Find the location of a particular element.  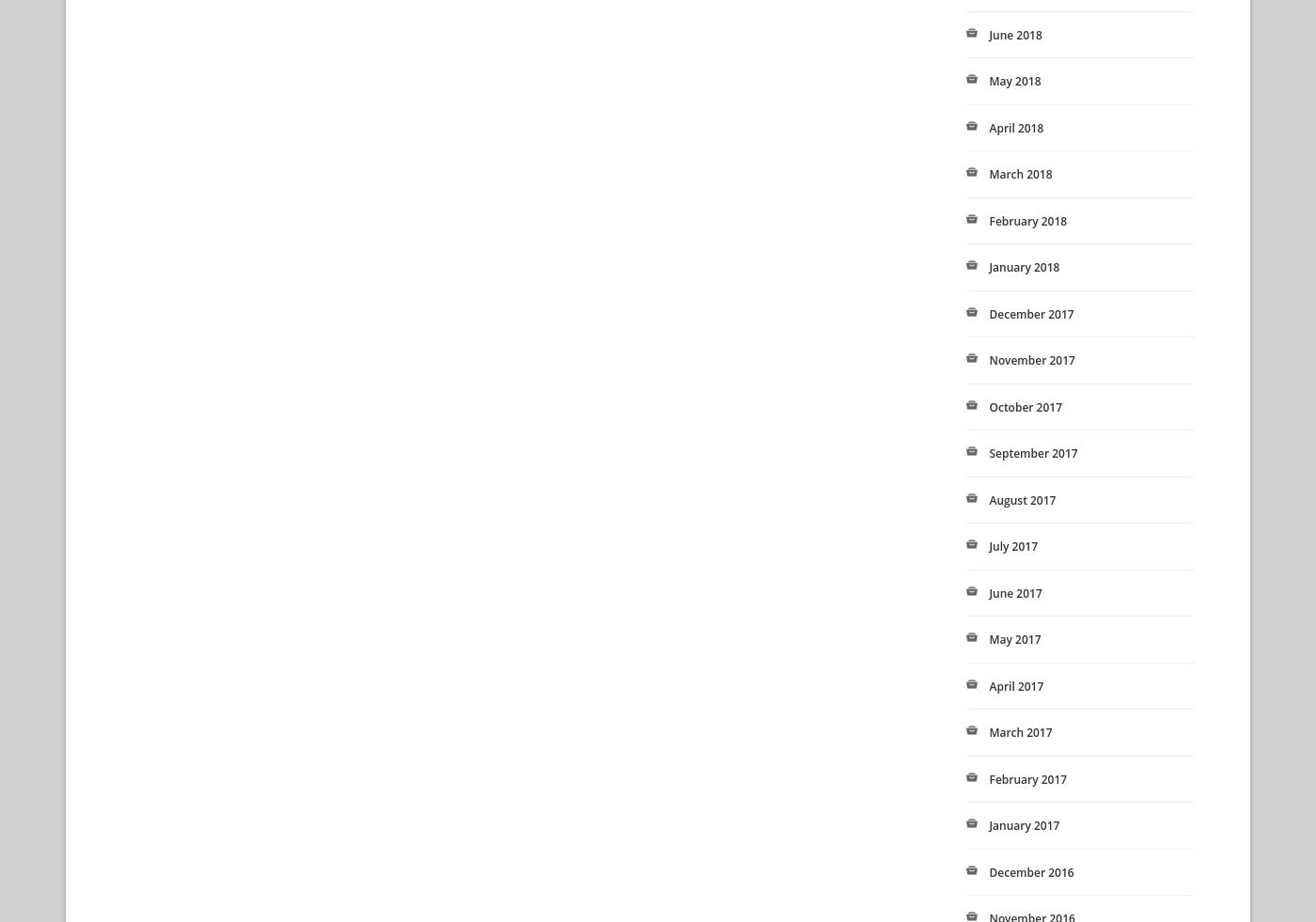

'March 2017' is located at coordinates (988, 732).